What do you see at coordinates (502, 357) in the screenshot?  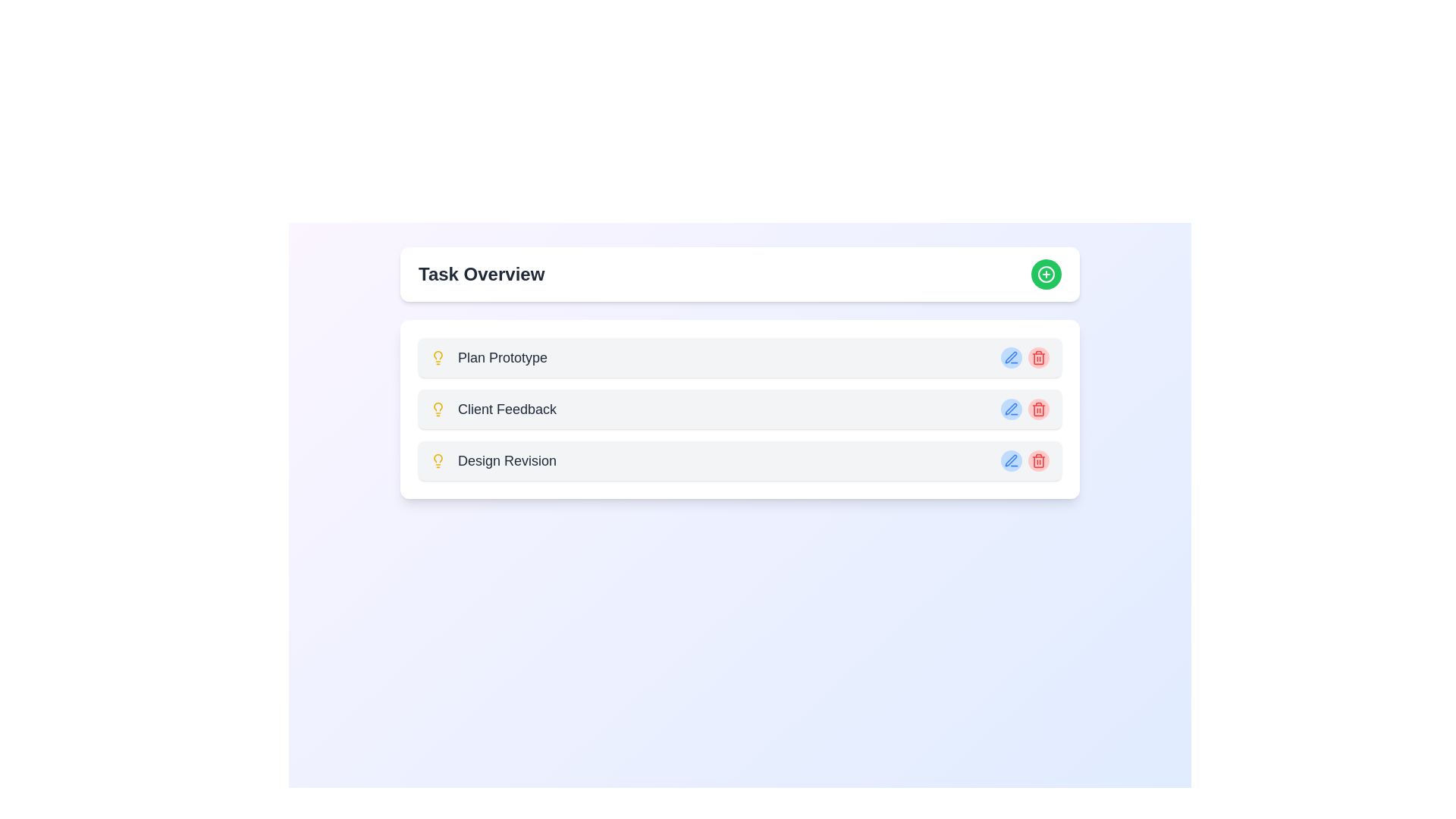 I see `the 'Plan Prototype' label text, which is the first entry under the 'Task Overview' section, displayed in medium-sized bold gray font with a light bulb icon to its left` at bounding box center [502, 357].